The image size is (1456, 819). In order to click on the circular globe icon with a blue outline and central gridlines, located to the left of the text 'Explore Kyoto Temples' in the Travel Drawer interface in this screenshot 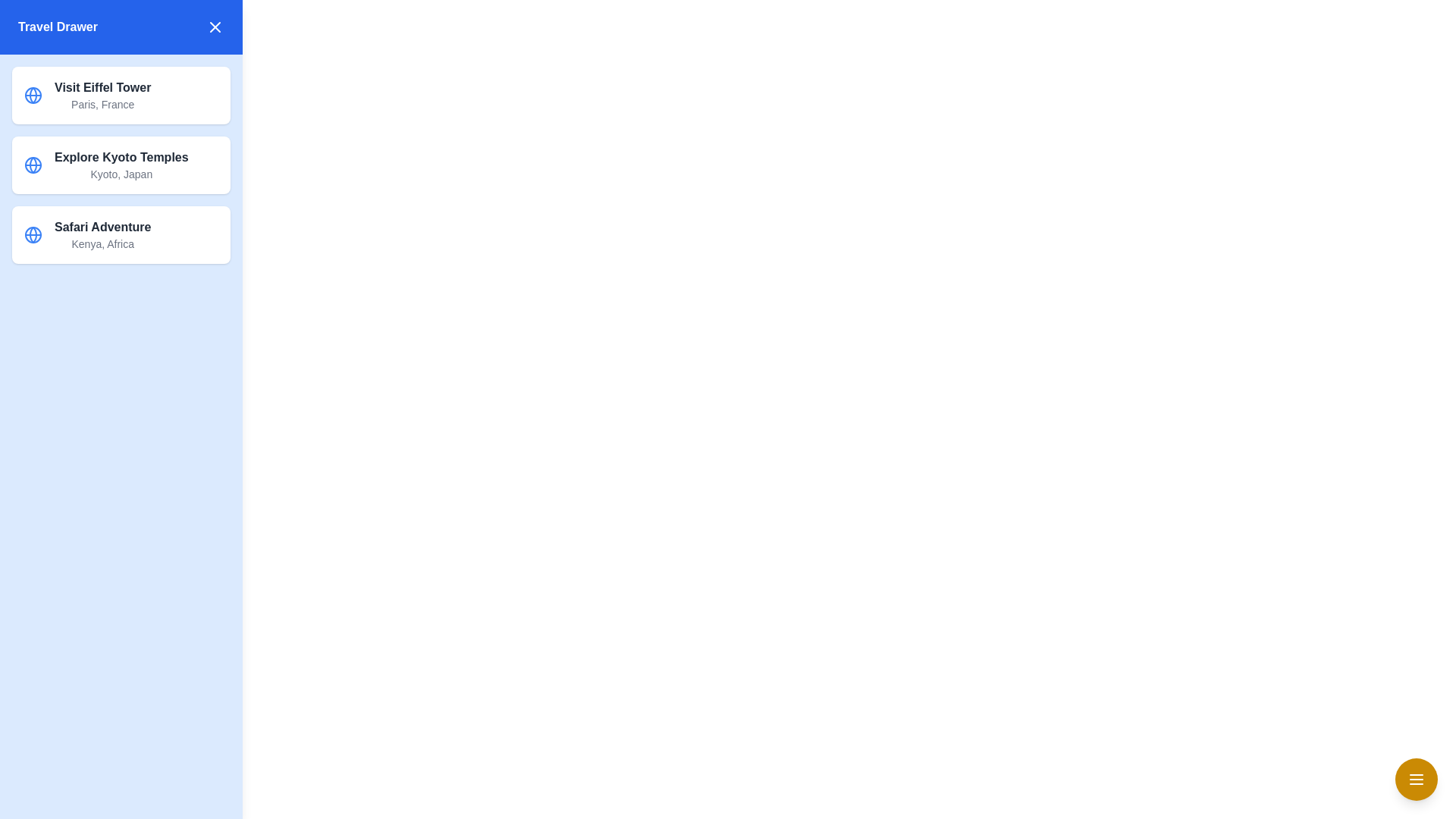, I will do `click(33, 165)`.